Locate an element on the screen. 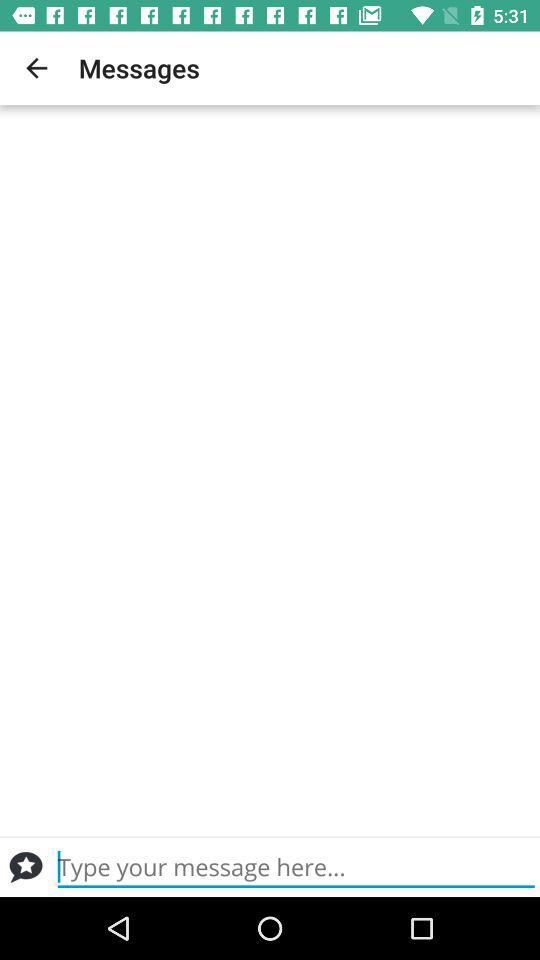 The height and width of the screenshot is (960, 540). icon at the center is located at coordinates (270, 470).